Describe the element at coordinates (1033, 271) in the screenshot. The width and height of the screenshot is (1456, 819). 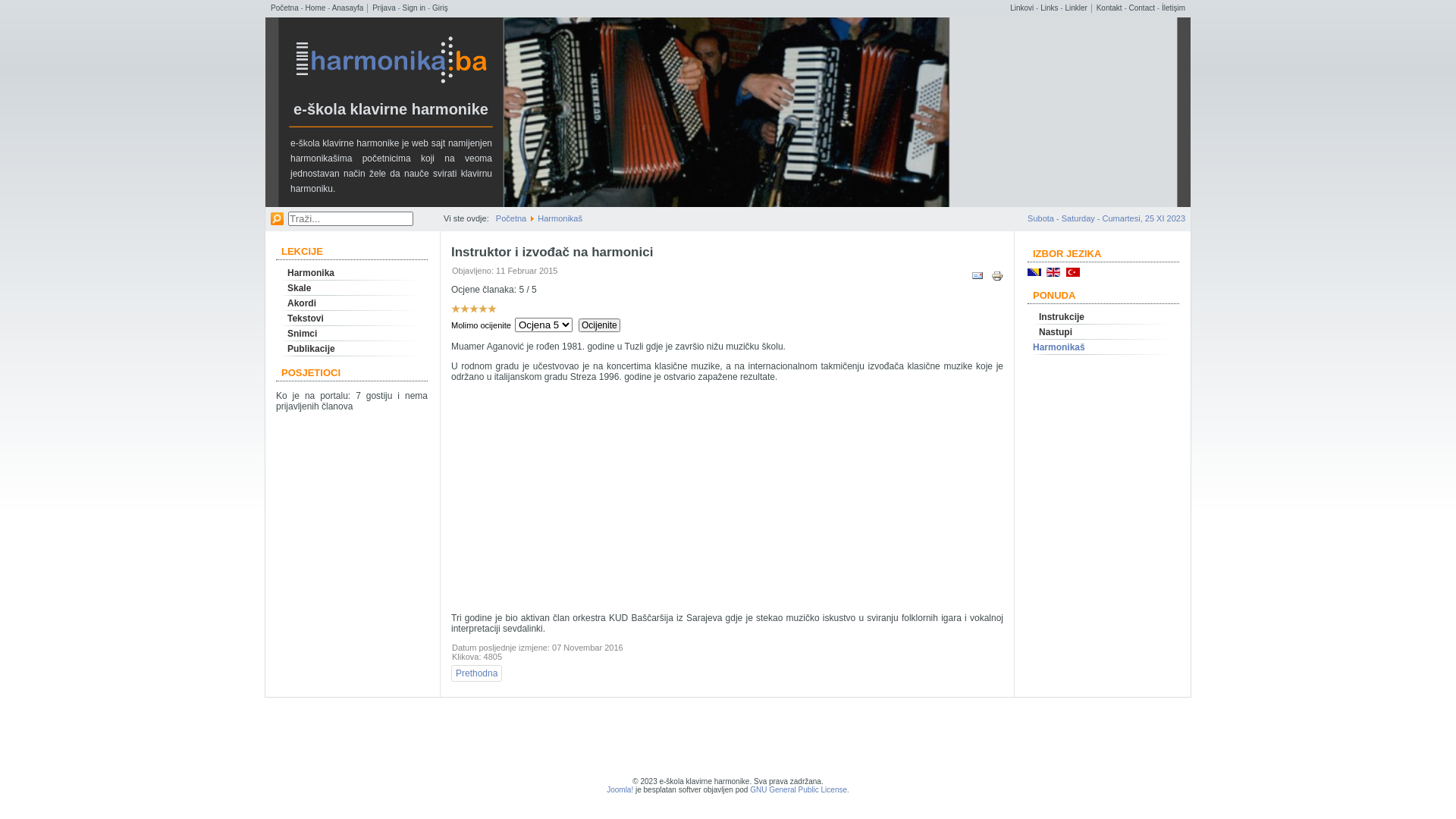
I see `'Bosanski (BiH)'` at that location.